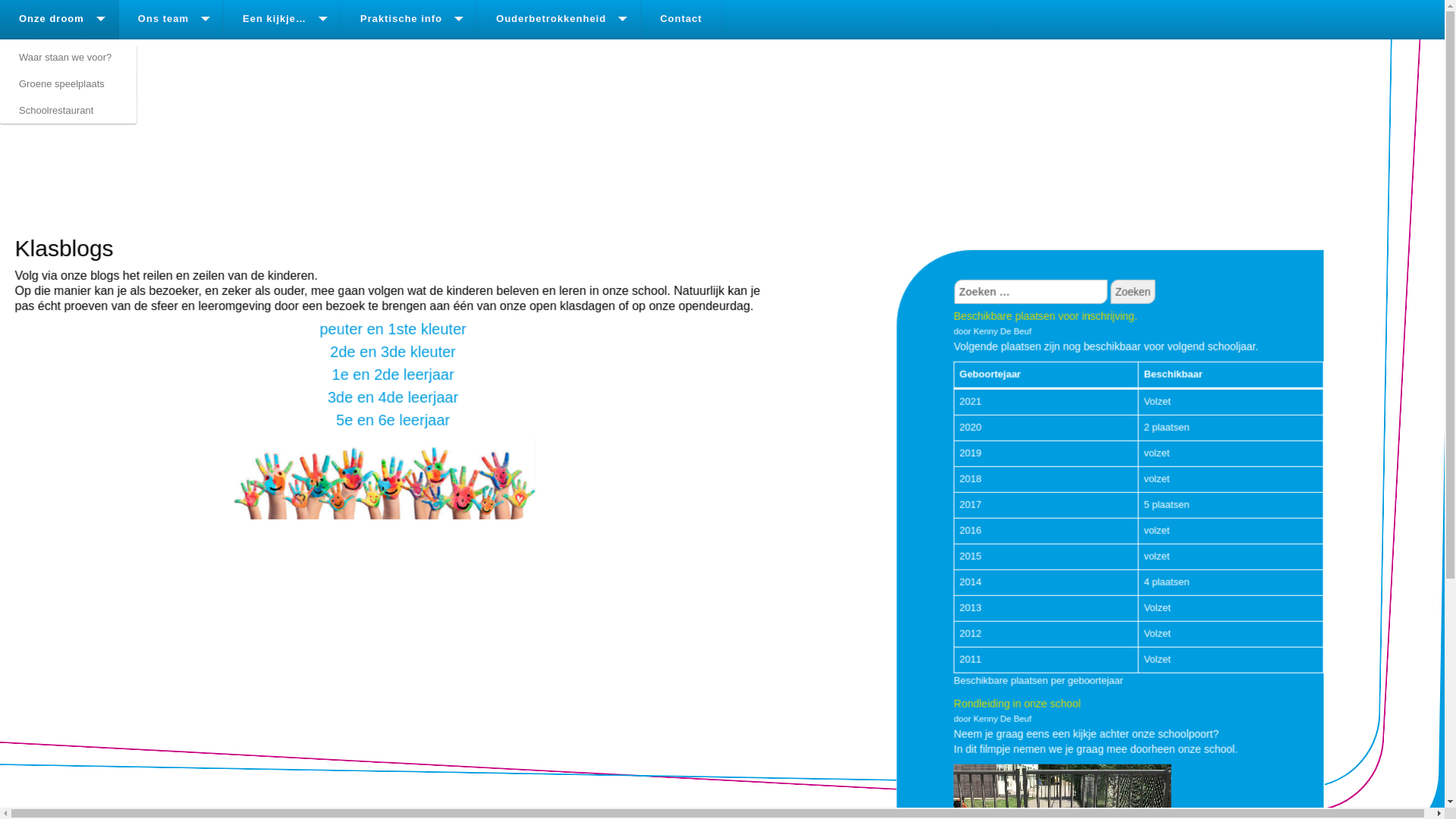 This screenshot has width=1456, height=819. Describe the element at coordinates (1016, 702) in the screenshot. I see `'Rondleiding in onze school'` at that location.